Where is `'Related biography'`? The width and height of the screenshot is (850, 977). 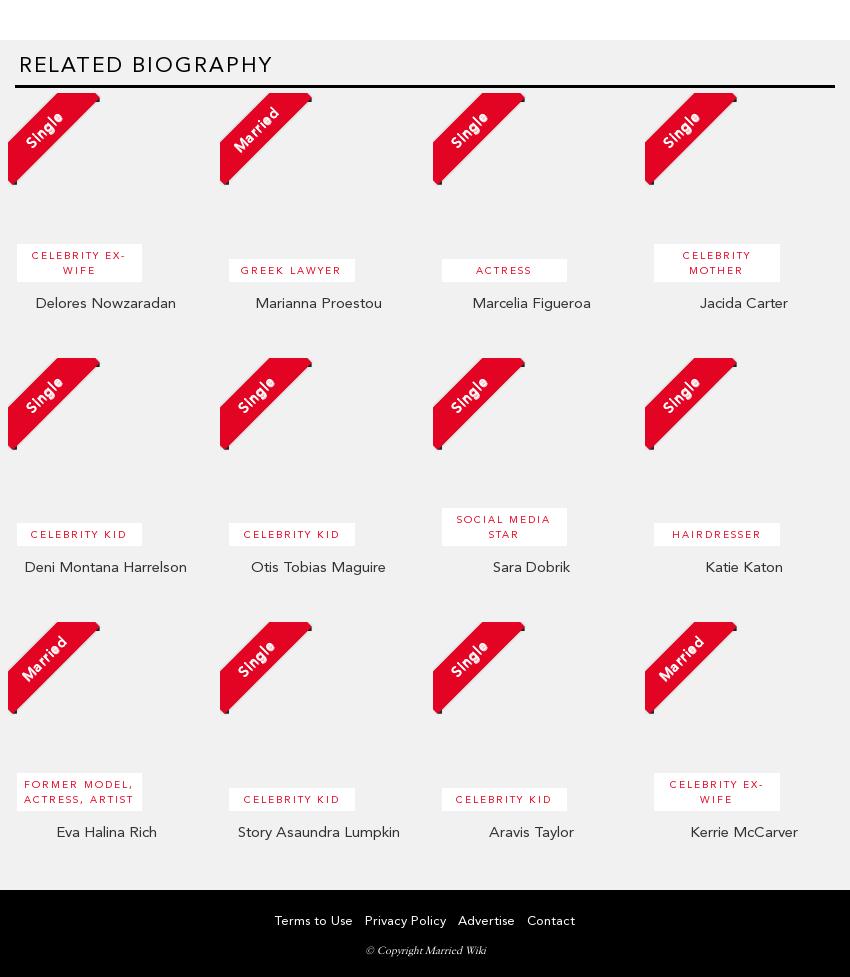 'Related biography' is located at coordinates (146, 63).